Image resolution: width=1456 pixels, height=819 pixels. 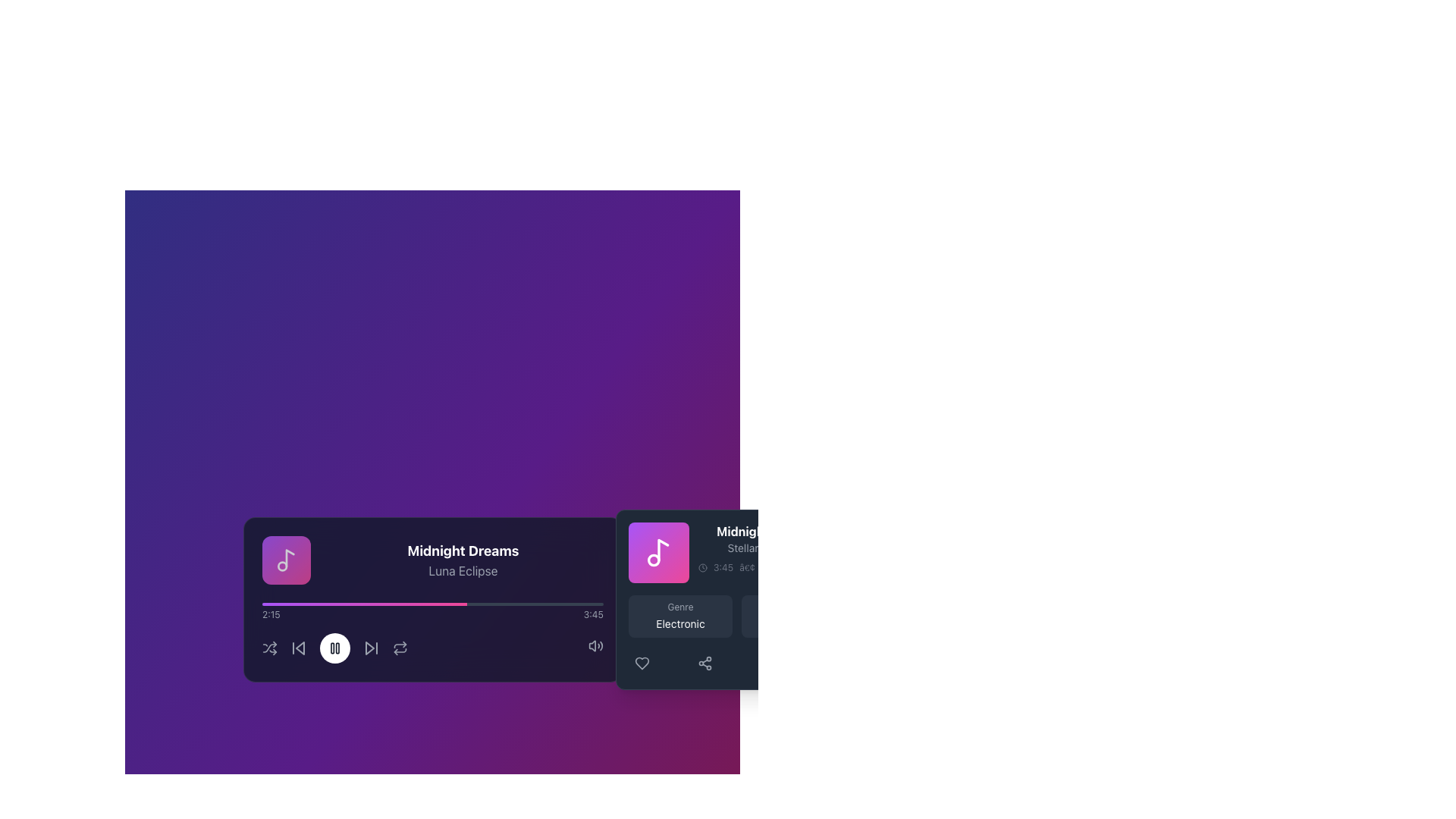 What do you see at coordinates (545, 604) in the screenshot?
I see `playback progress` at bounding box center [545, 604].